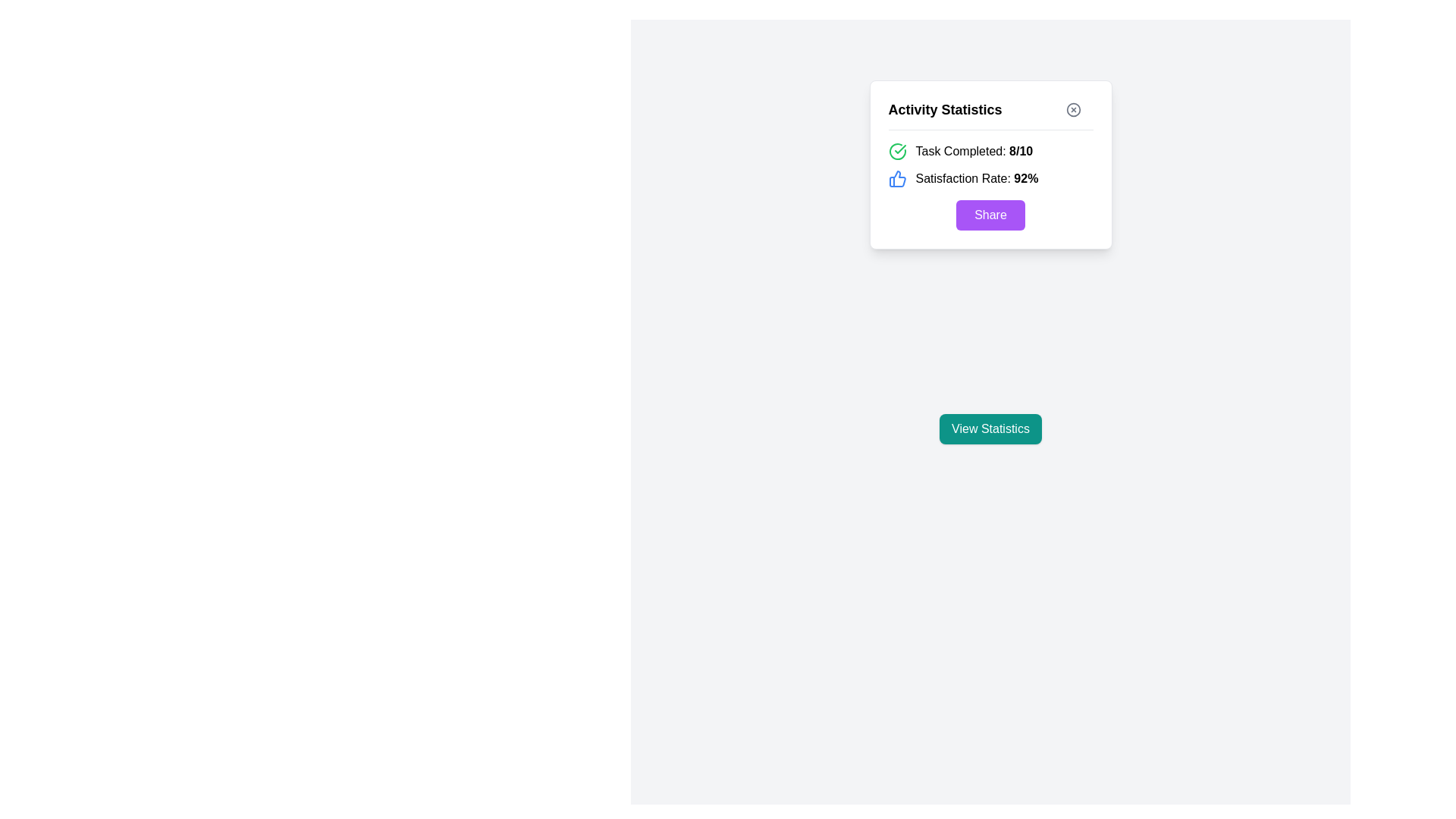  What do you see at coordinates (899, 149) in the screenshot?
I see `green checkmark icon inside the circular border, which is located in the top-left section of the 'Activity Statistics' card, next to the 'Task Completed' label` at bounding box center [899, 149].